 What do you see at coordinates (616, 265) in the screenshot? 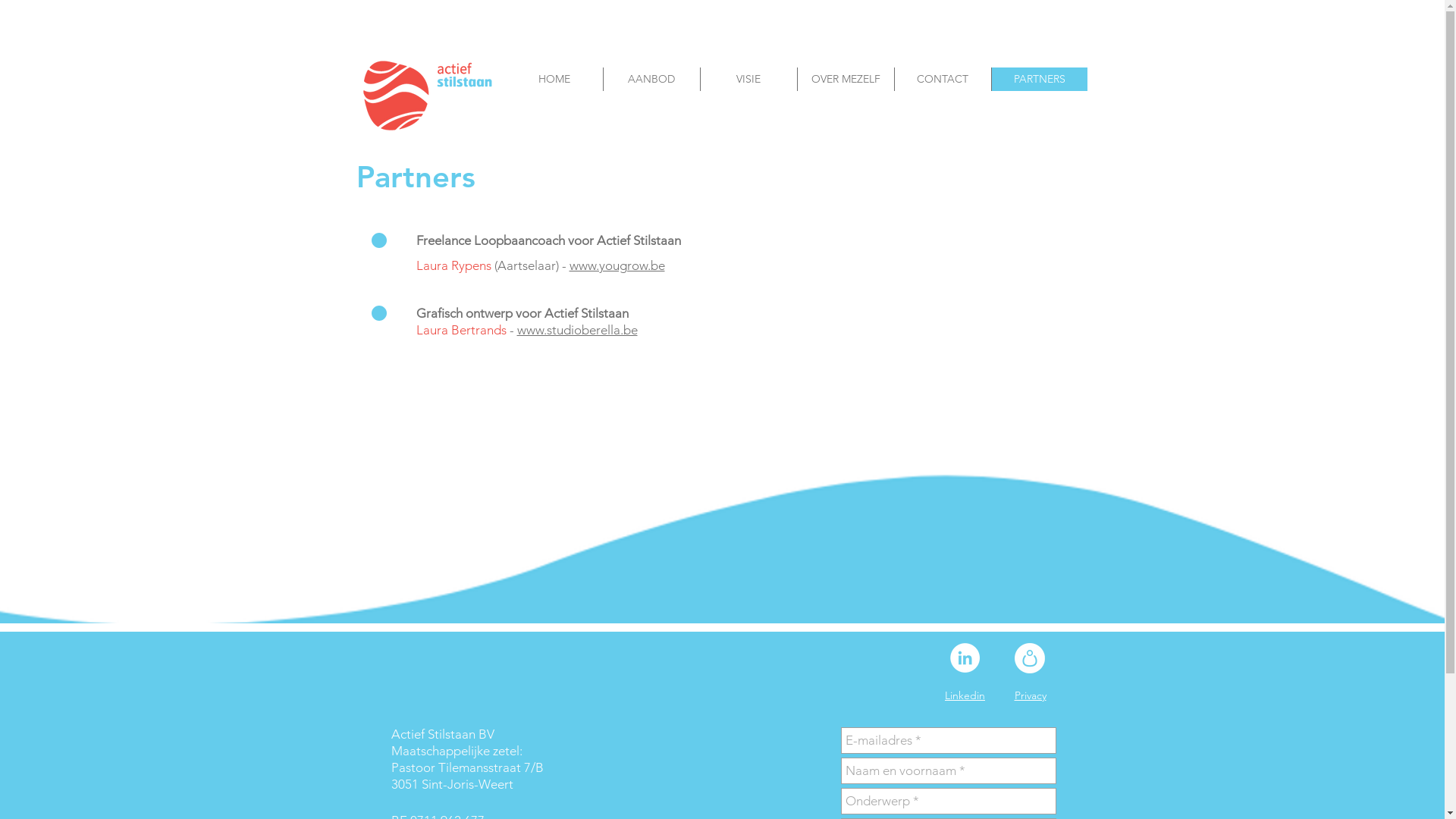
I see `'www.yougrow.be'` at bounding box center [616, 265].